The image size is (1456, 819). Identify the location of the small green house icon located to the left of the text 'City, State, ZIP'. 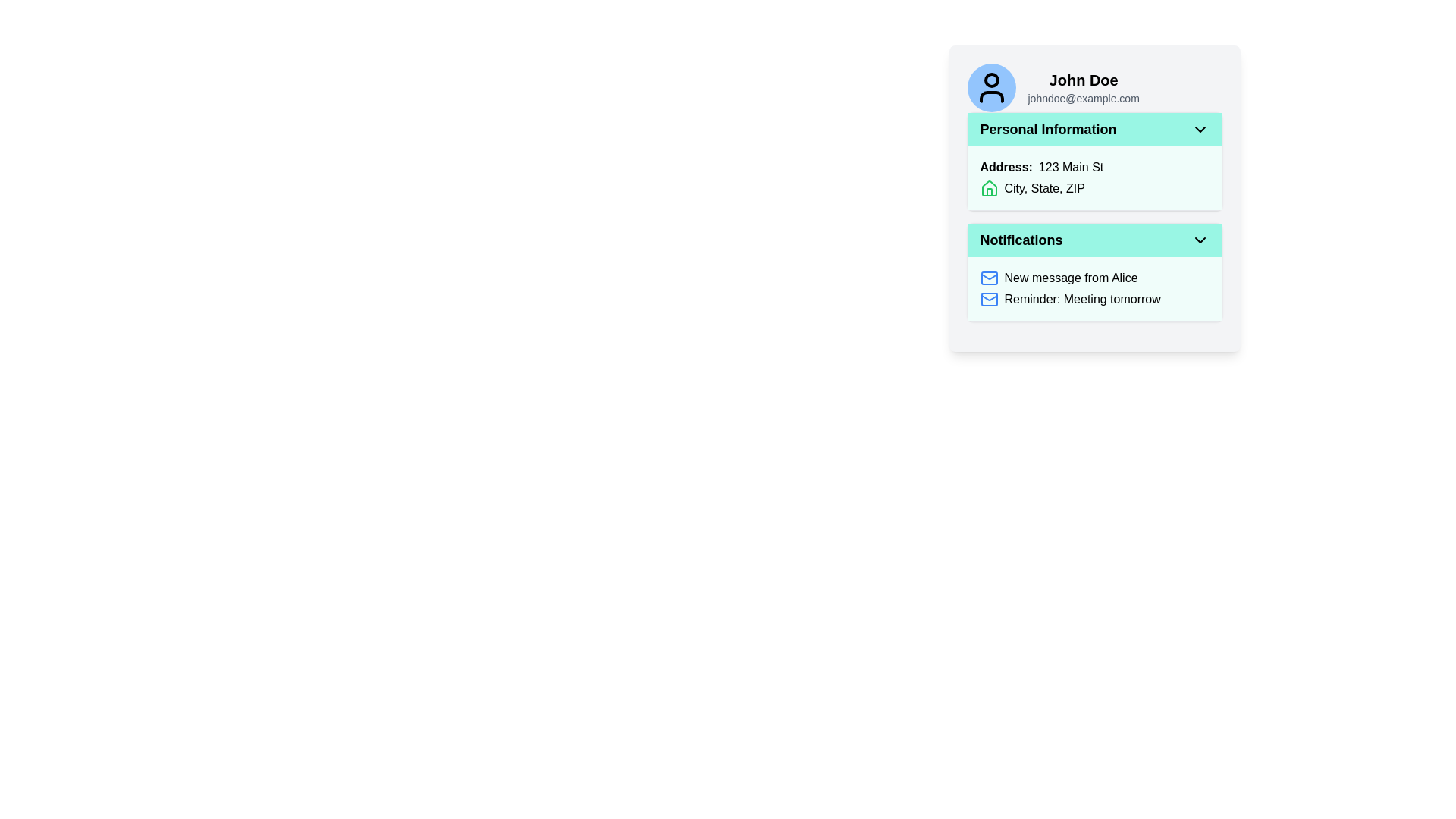
(989, 188).